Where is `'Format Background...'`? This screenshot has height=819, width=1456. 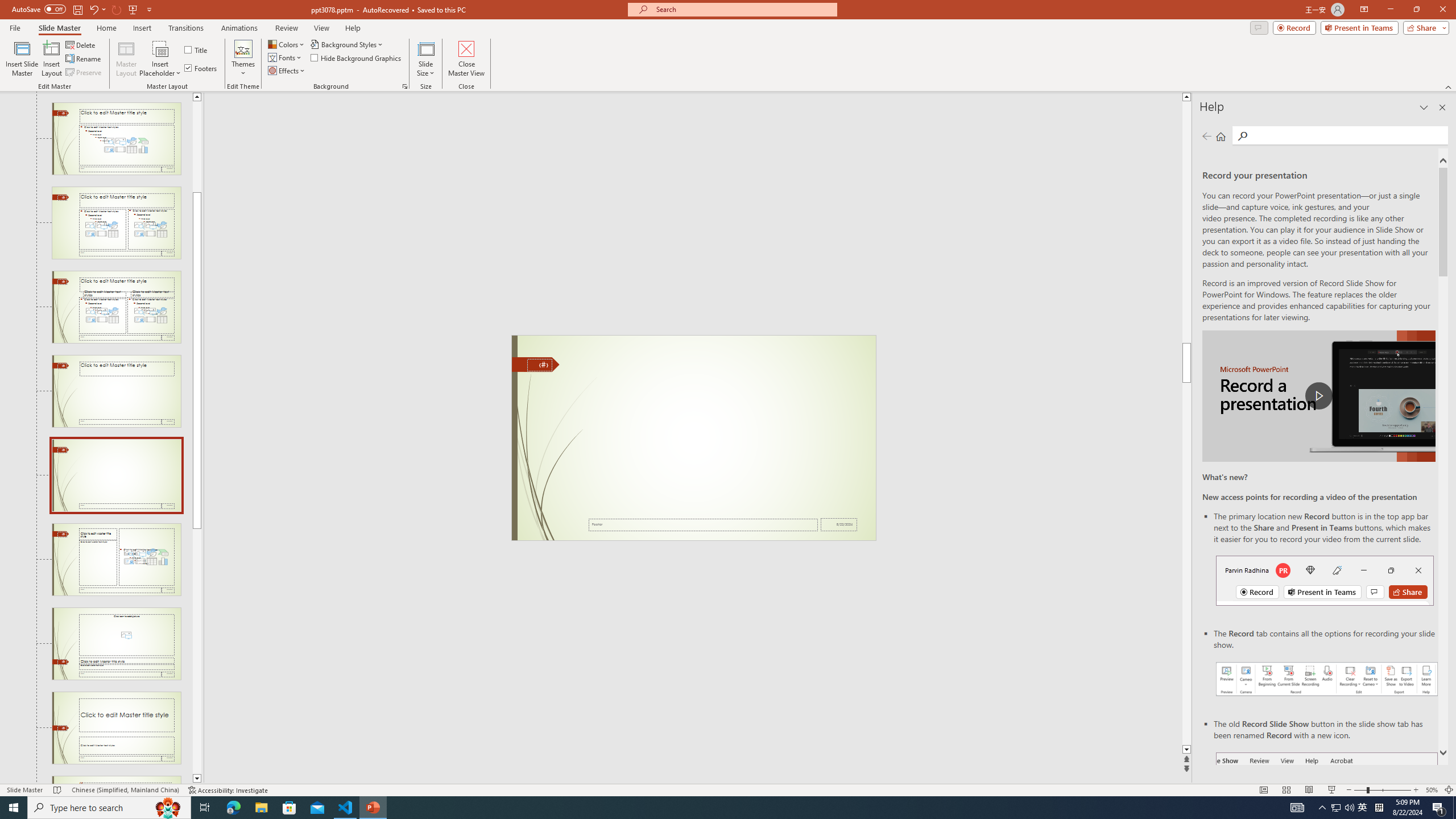
'Format Background...' is located at coordinates (404, 85).